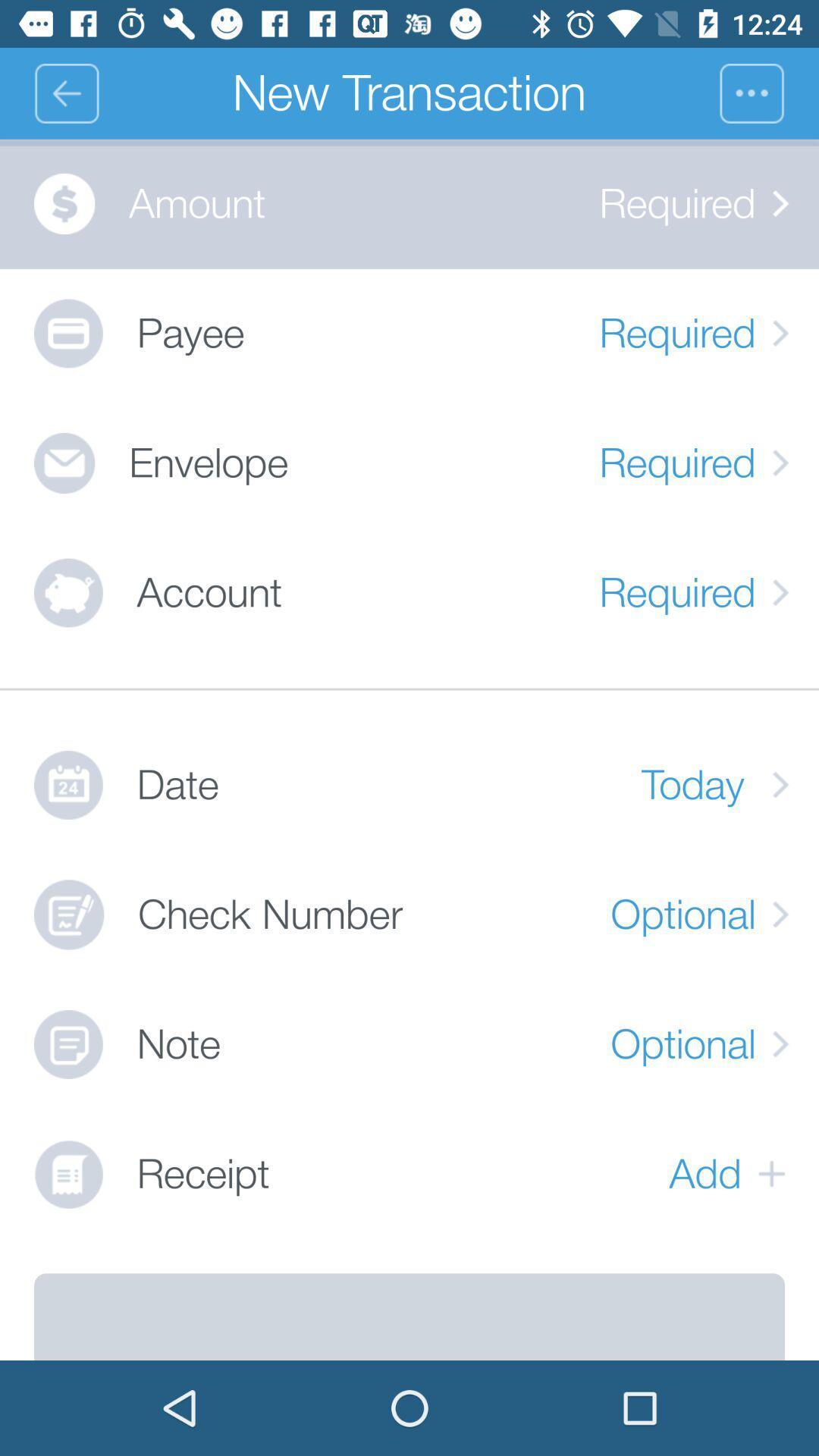 This screenshot has height=1456, width=819. Describe the element at coordinates (65, 93) in the screenshot. I see `the arrow_backward icon` at that location.